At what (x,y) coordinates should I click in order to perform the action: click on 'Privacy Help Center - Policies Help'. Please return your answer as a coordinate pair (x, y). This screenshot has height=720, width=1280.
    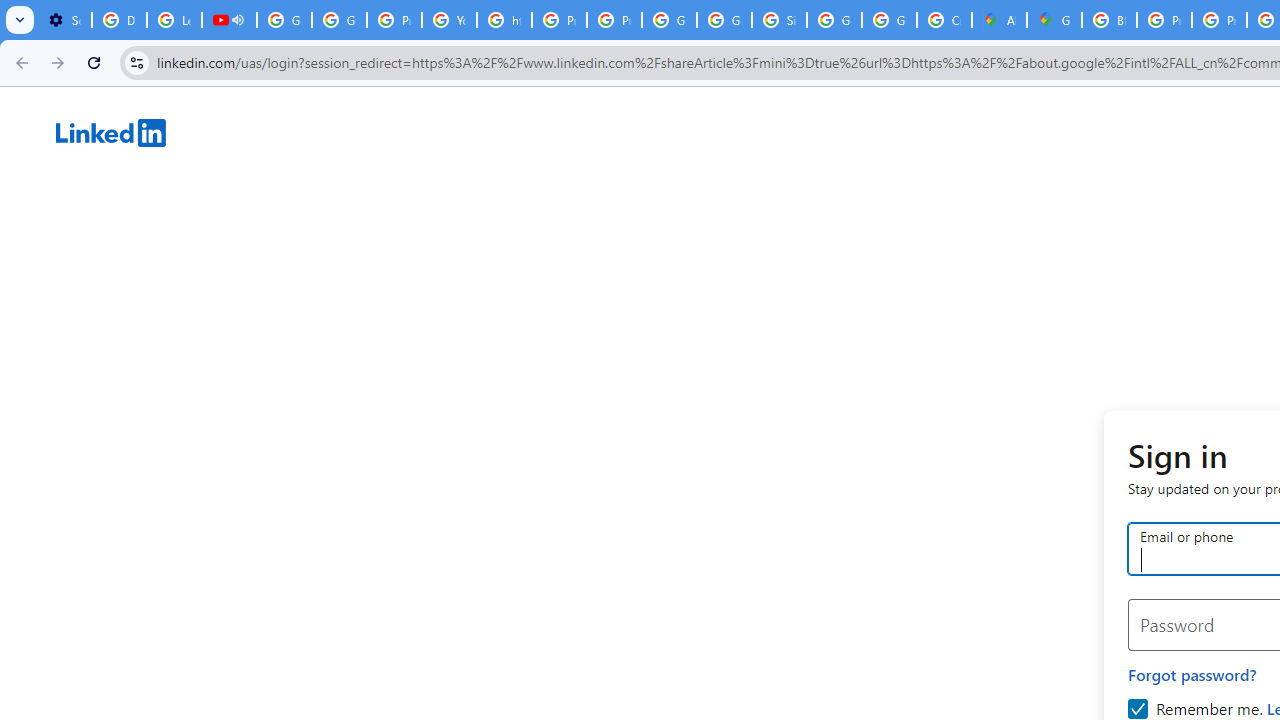
    Looking at the image, I should click on (1164, 20).